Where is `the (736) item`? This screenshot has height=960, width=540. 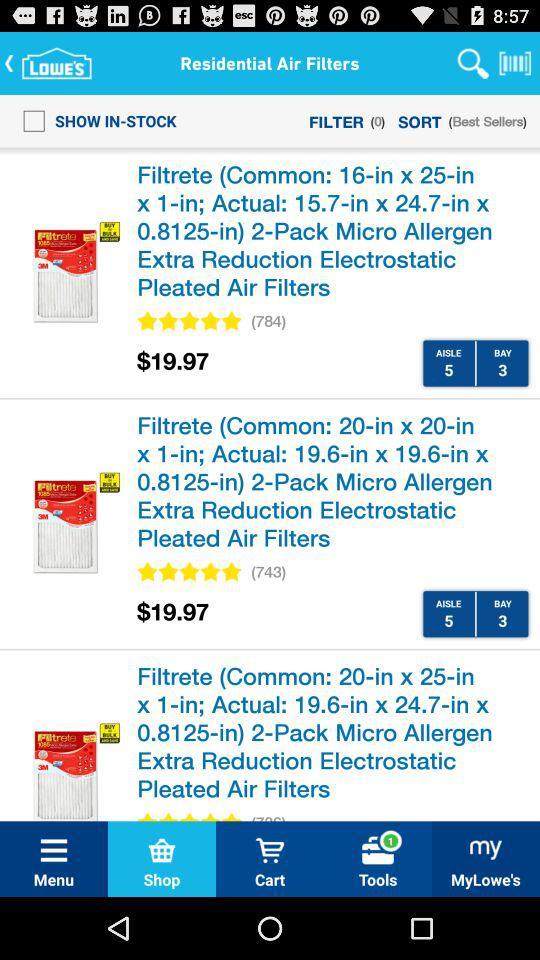
the (736) item is located at coordinates (268, 815).